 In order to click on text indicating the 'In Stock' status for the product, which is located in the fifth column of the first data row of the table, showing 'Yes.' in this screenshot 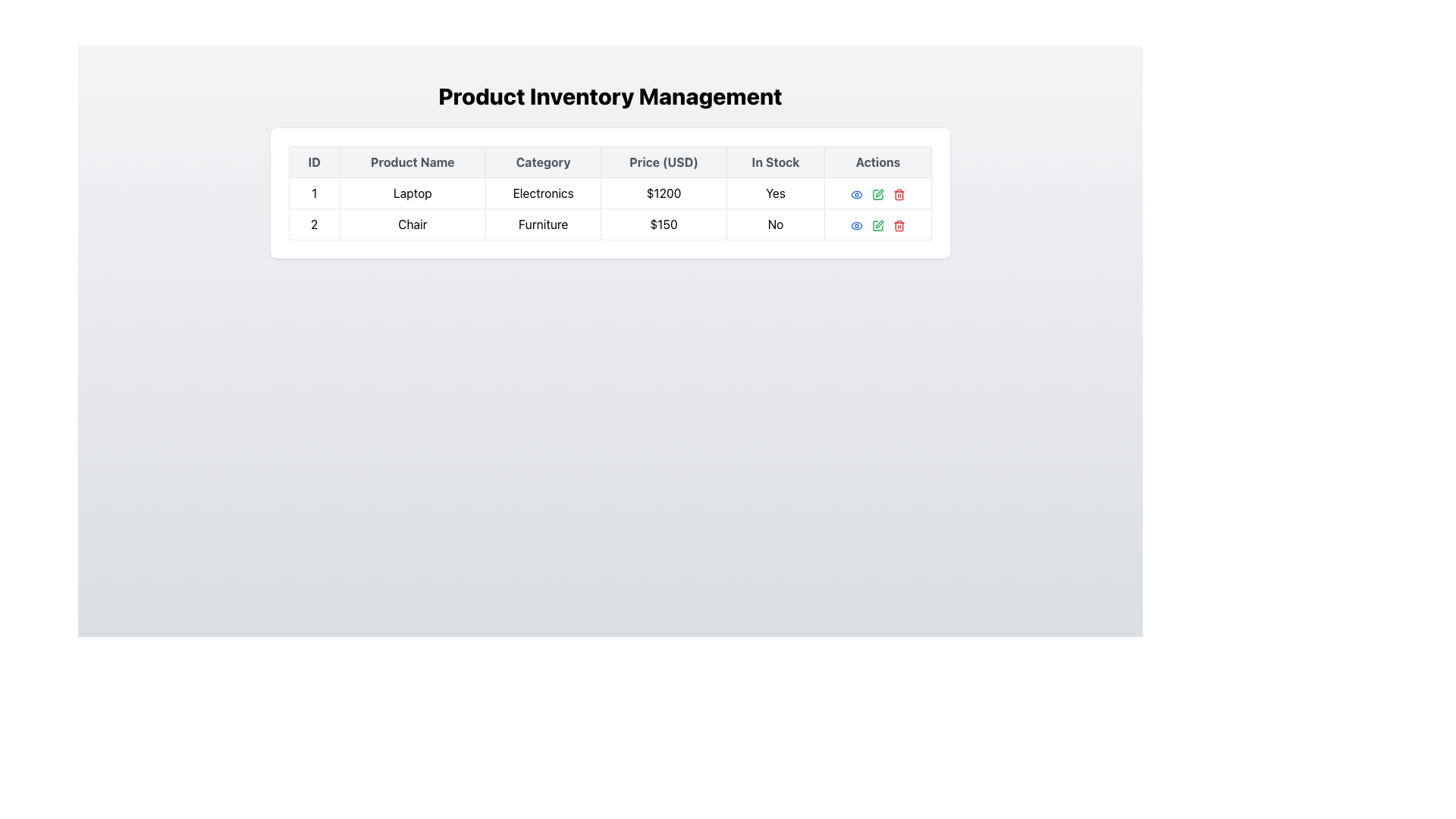, I will do `click(775, 192)`.